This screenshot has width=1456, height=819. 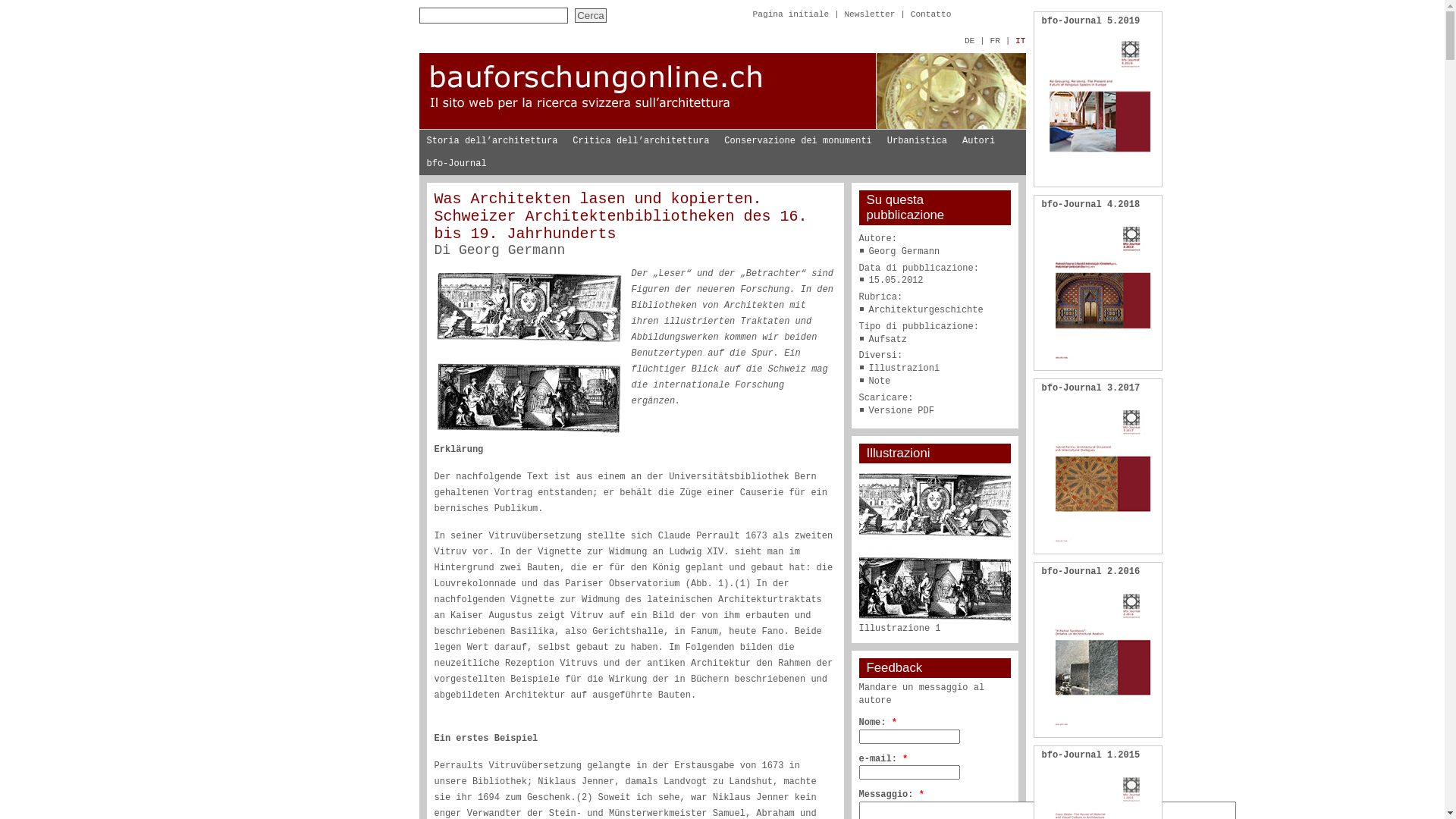 What do you see at coordinates (1090, 20) in the screenshot?
I see `'bfo-Journal 5.2019'` at bounding box center [1090, 20].